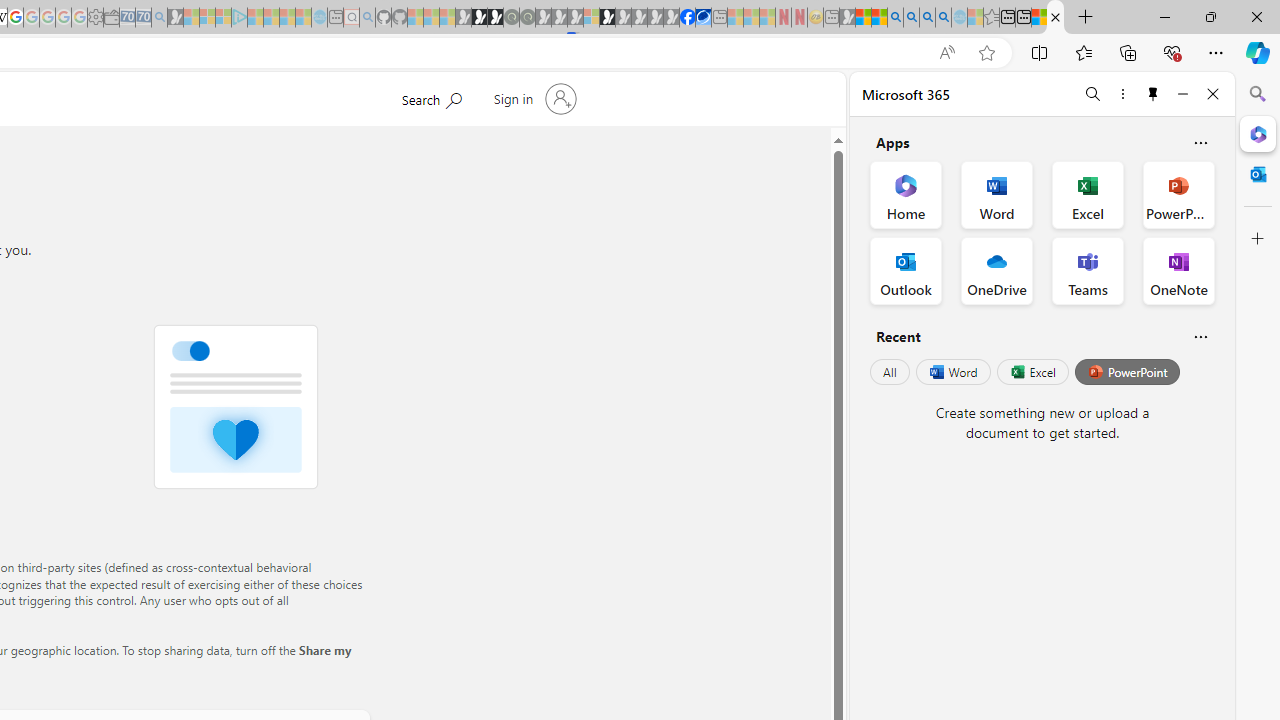  Describe the element at coordinates (527, 17) in the screenshot. I see `'Future Focus Report 2024 - Sleeping'` at that location.